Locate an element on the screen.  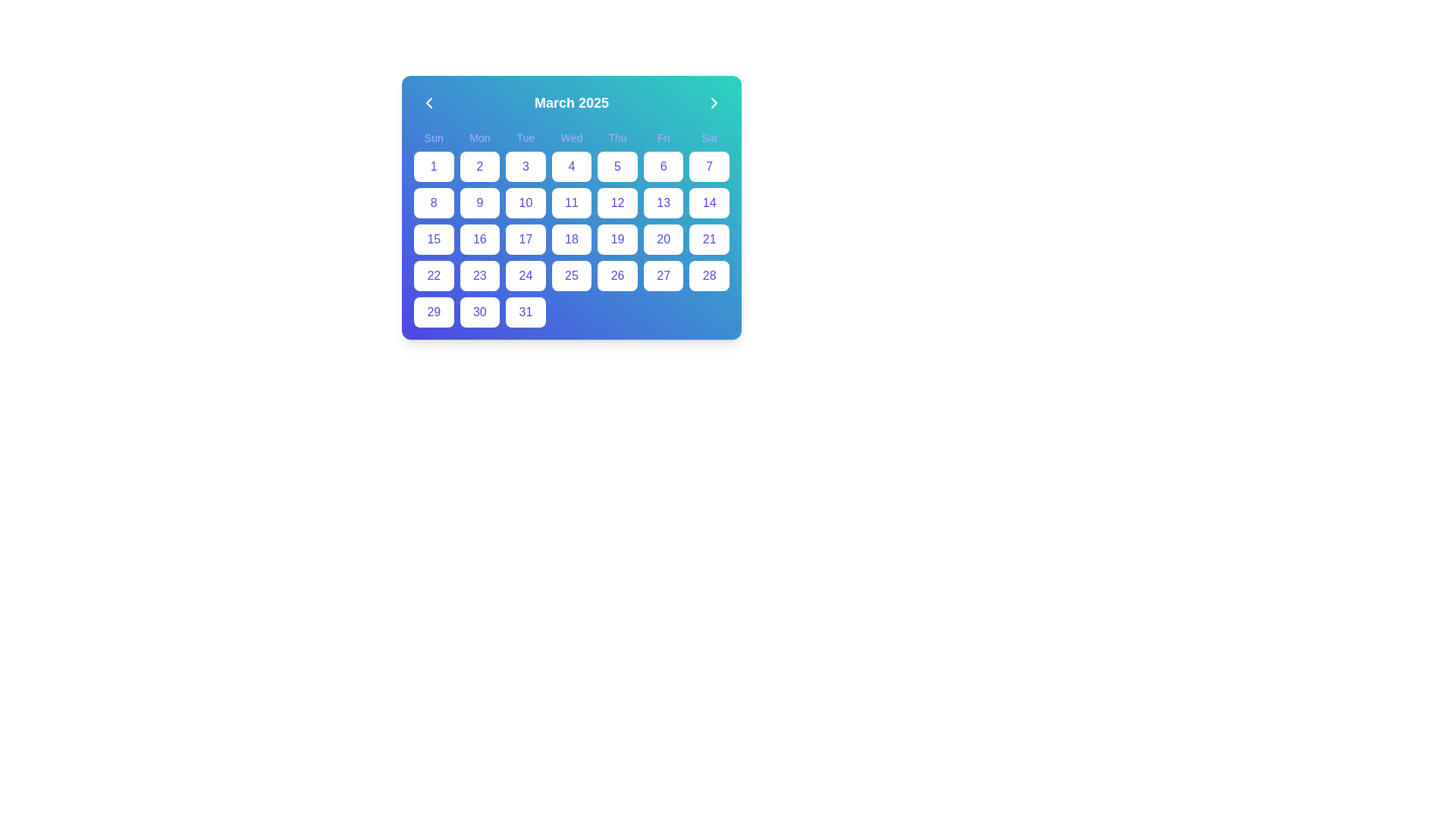
the clickable calendar day button labeled '12' in the March 2025 calendar is located at coordinates (617, 202).